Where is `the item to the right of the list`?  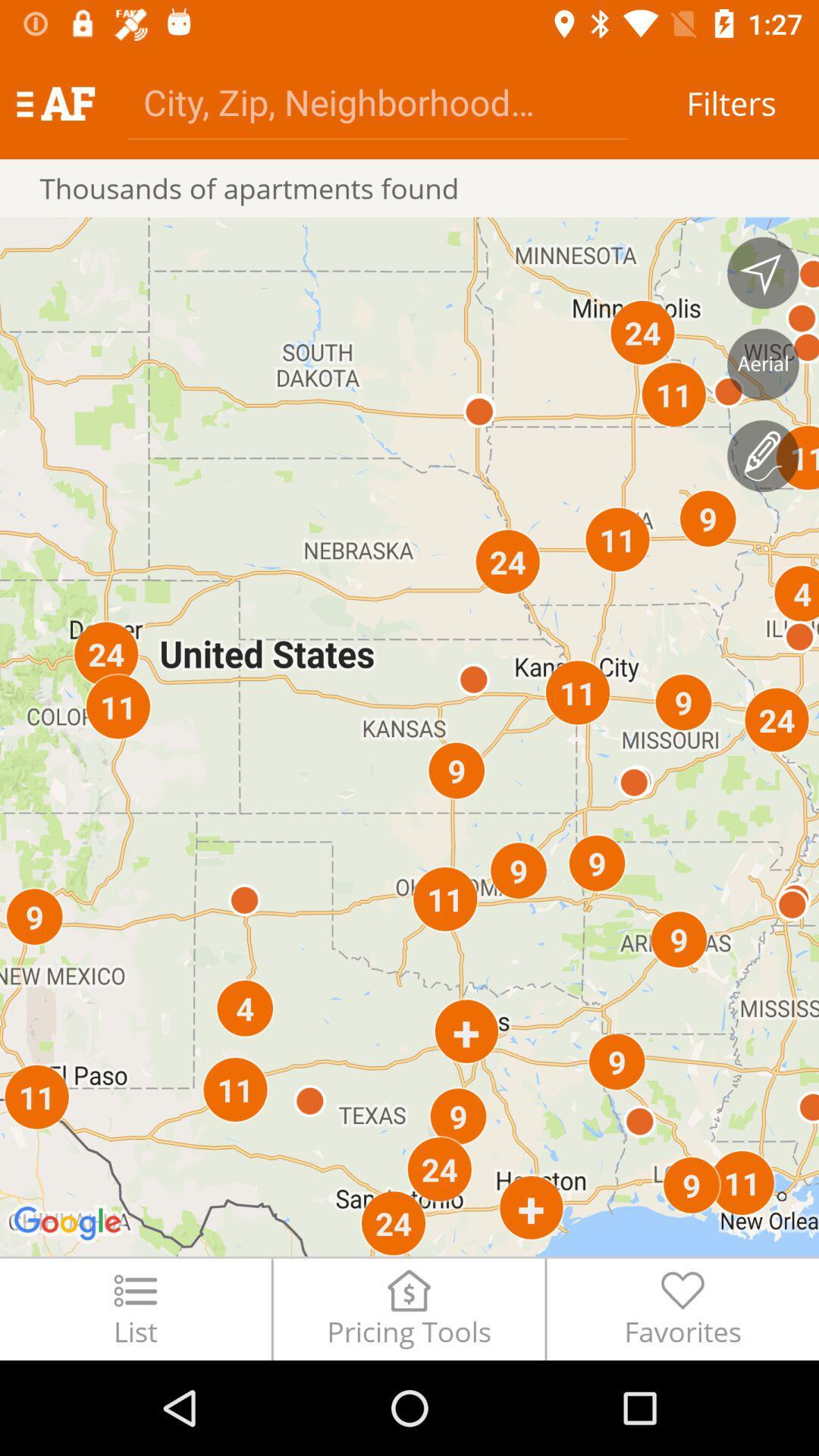 the item to the right of the list is located at coordinates (408, 1308).